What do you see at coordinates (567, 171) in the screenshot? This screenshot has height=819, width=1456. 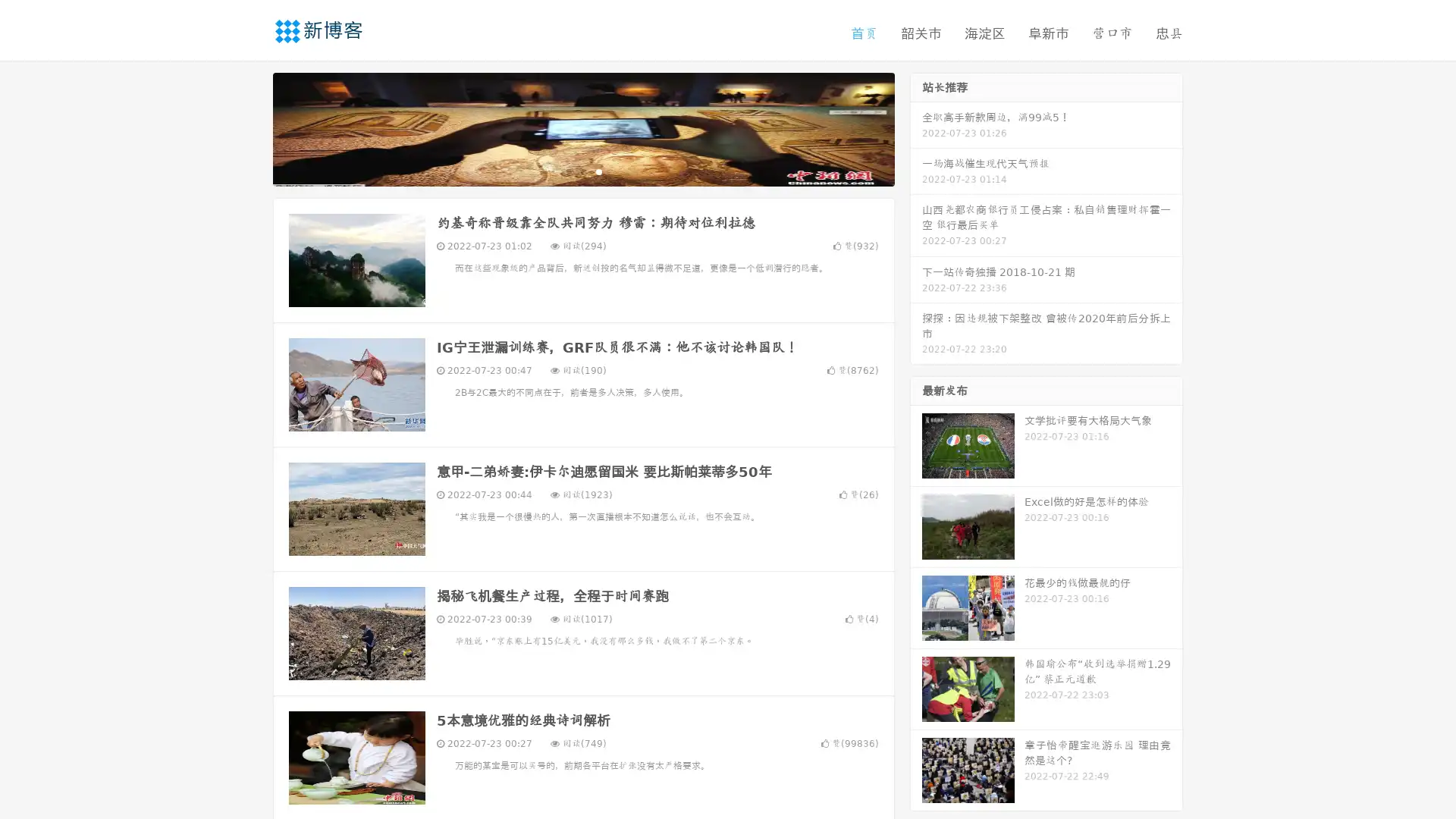 I see `Go to slide 1` at bounding box center [567, 171].